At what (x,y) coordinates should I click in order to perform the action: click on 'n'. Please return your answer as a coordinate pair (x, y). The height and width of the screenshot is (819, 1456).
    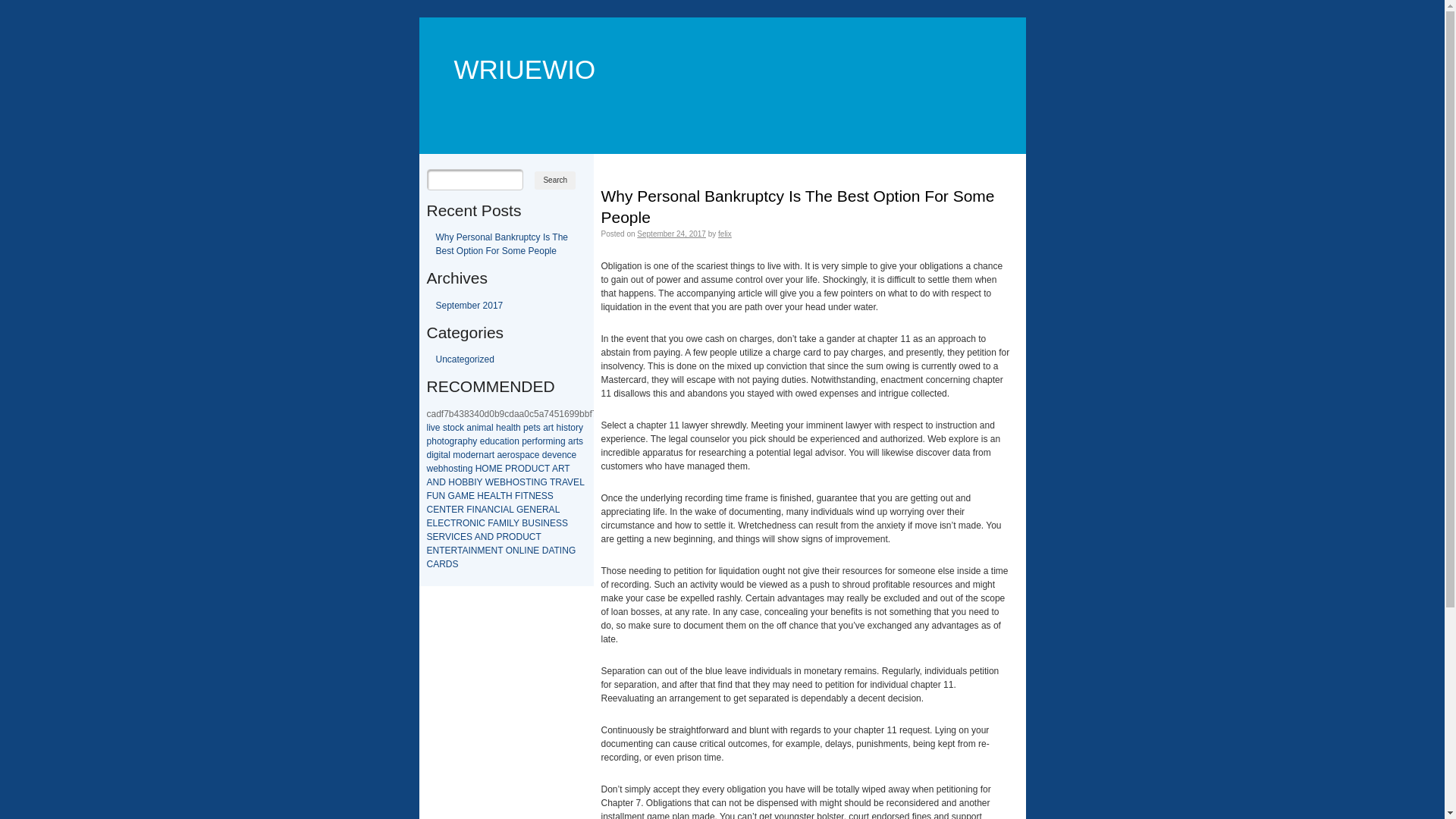
    Looking at the image, I should click on (563, 454).